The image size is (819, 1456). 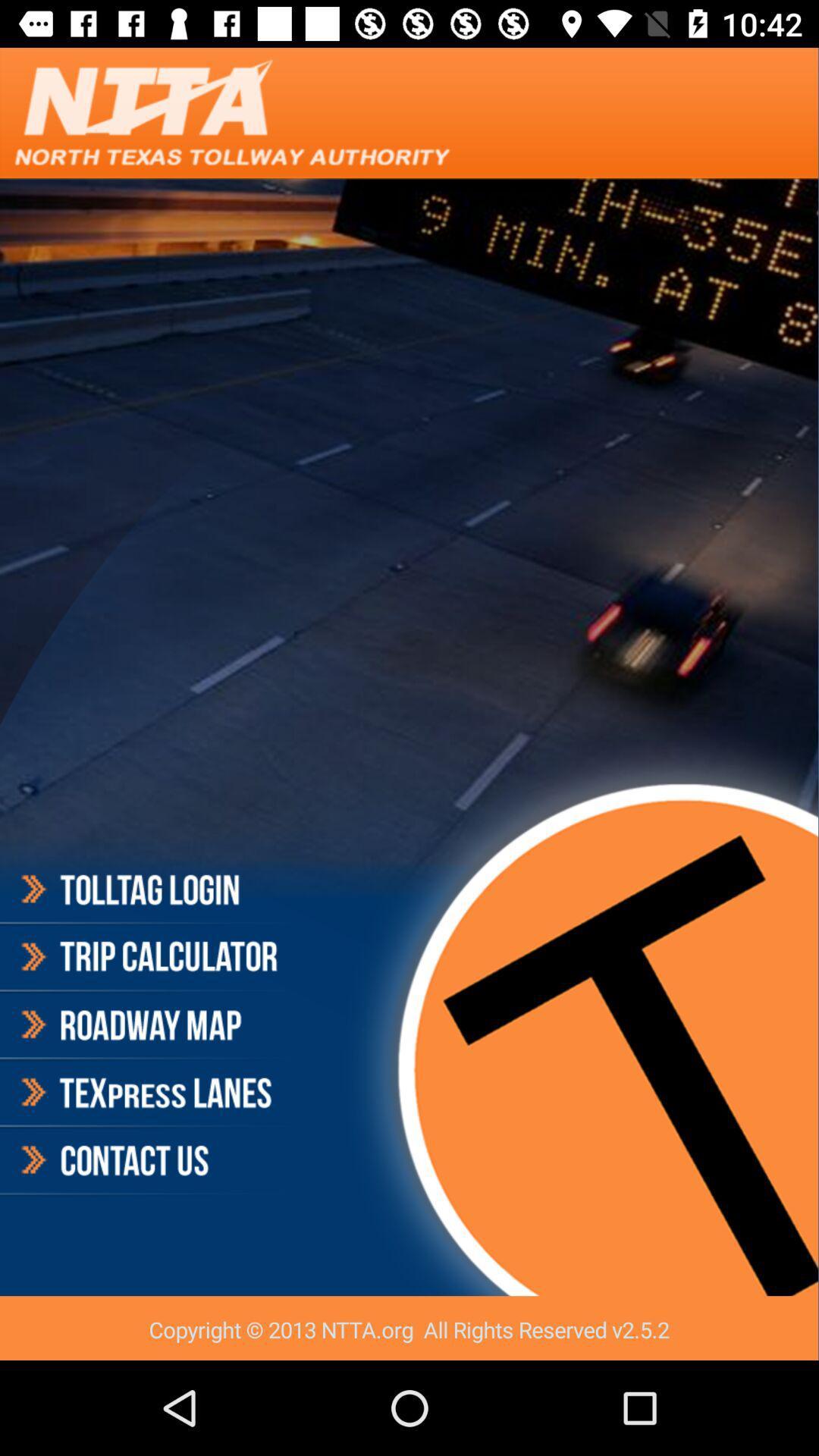 What do you see at coordinates (147, 892) in the screenshot?
I see `login to tolltag` at bounding box center [147, 892].